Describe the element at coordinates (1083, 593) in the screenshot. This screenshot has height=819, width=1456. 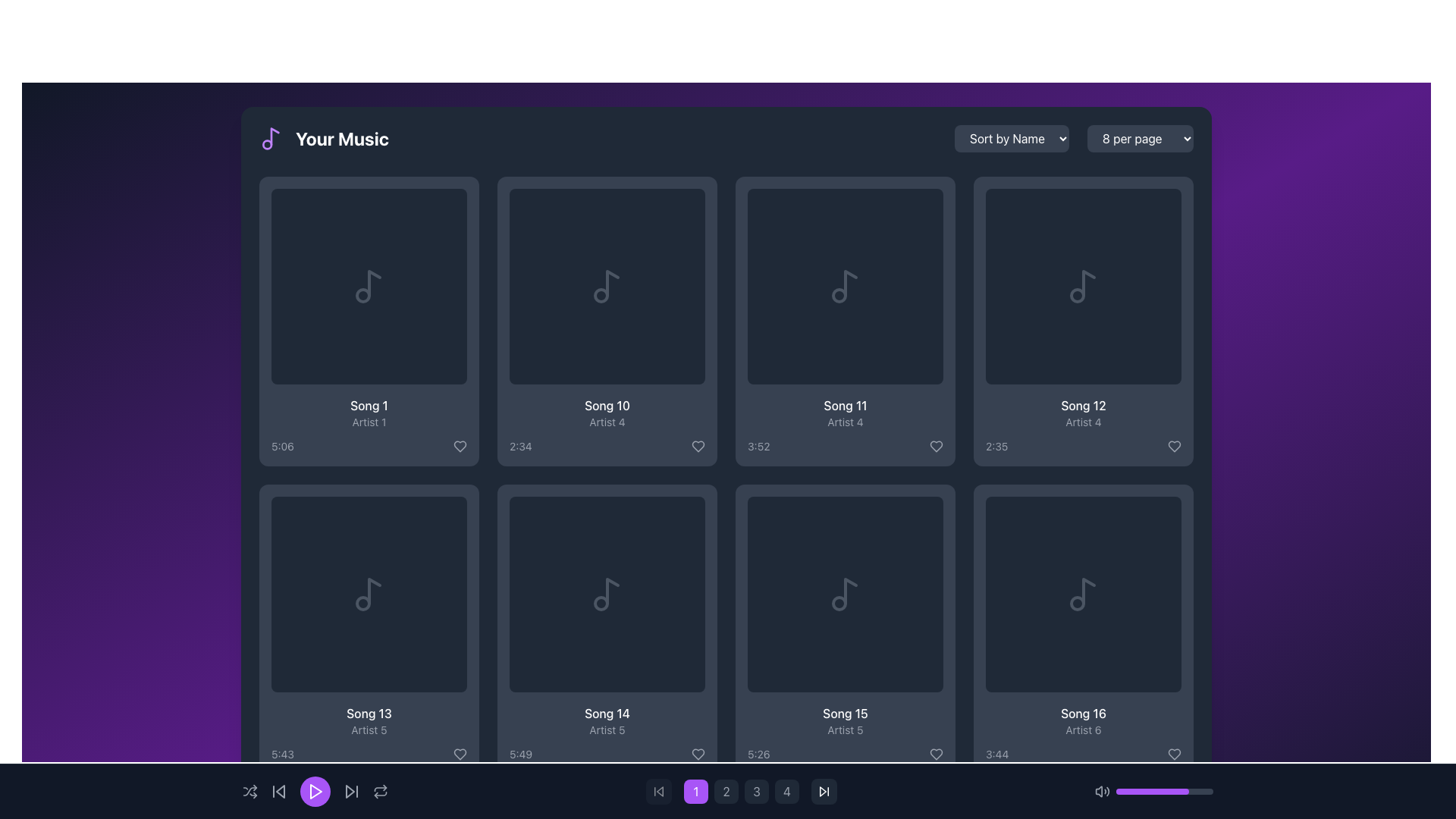
I see `the triangular play icon for 'Song 16' by 'Artist 6'` at that location.